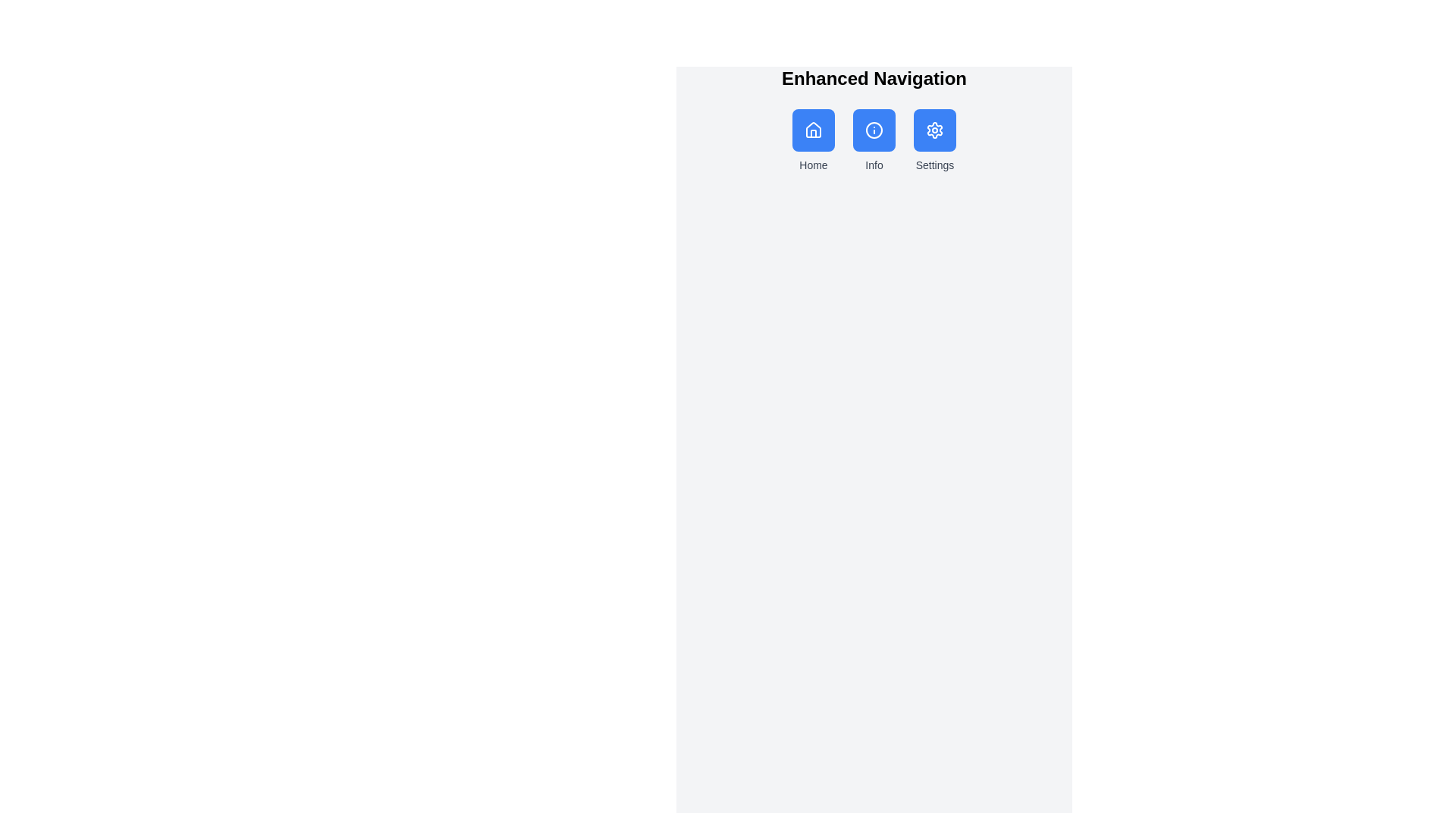 This screenshot has height=819, width=1456. Describe the element at coordinates (874, 79) in the screenshot. I see `the header text label that describes the current section of the interface, positioned above the 'Home', 'Info', and 'Settings' icons` at that location.